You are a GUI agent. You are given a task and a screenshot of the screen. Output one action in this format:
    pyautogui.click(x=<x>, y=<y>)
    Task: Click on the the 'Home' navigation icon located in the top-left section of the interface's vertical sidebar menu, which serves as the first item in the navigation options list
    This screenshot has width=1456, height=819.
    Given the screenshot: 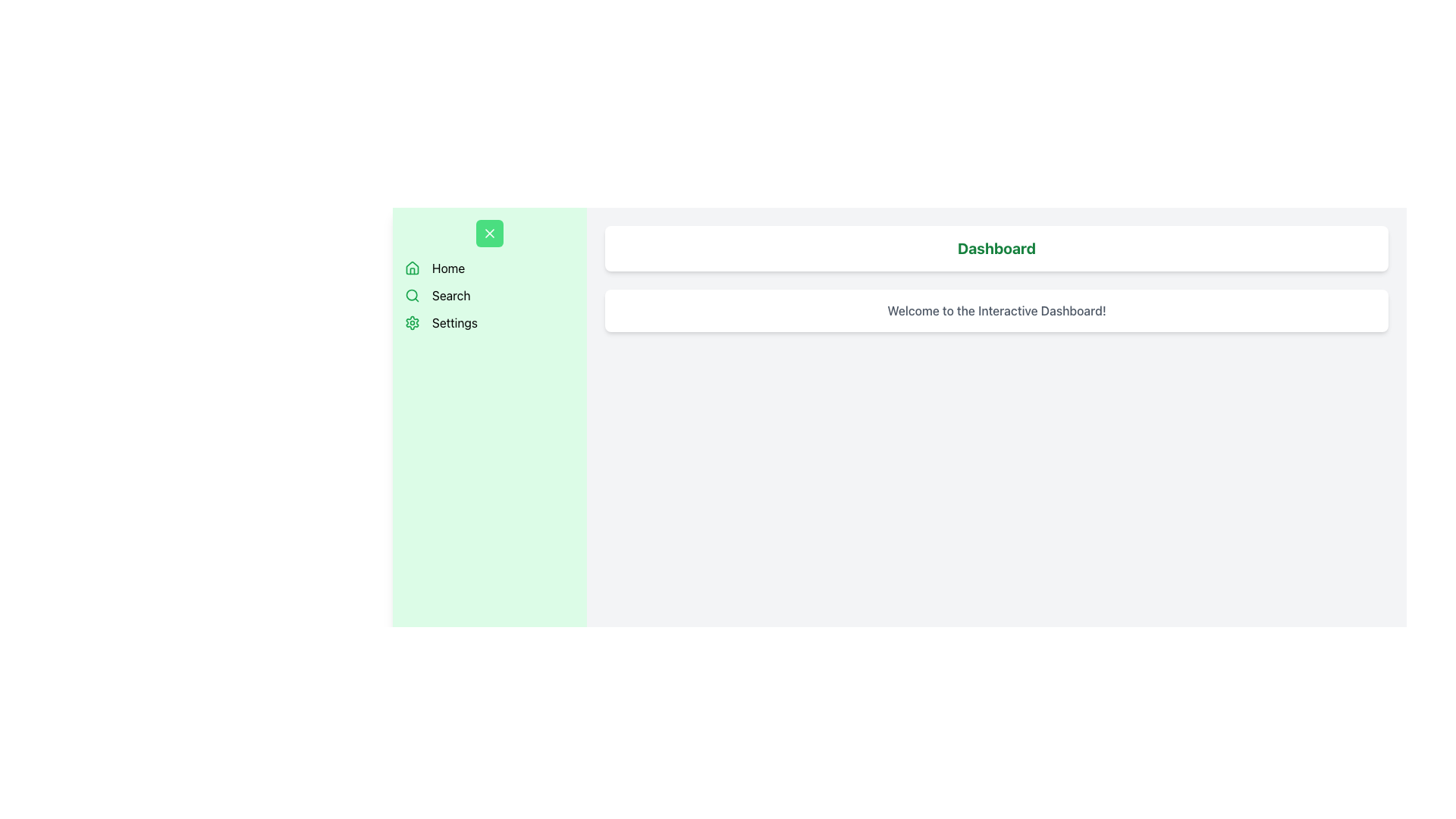 What is the action you would take?
    pyautogui.click(x=412, y=268)
    